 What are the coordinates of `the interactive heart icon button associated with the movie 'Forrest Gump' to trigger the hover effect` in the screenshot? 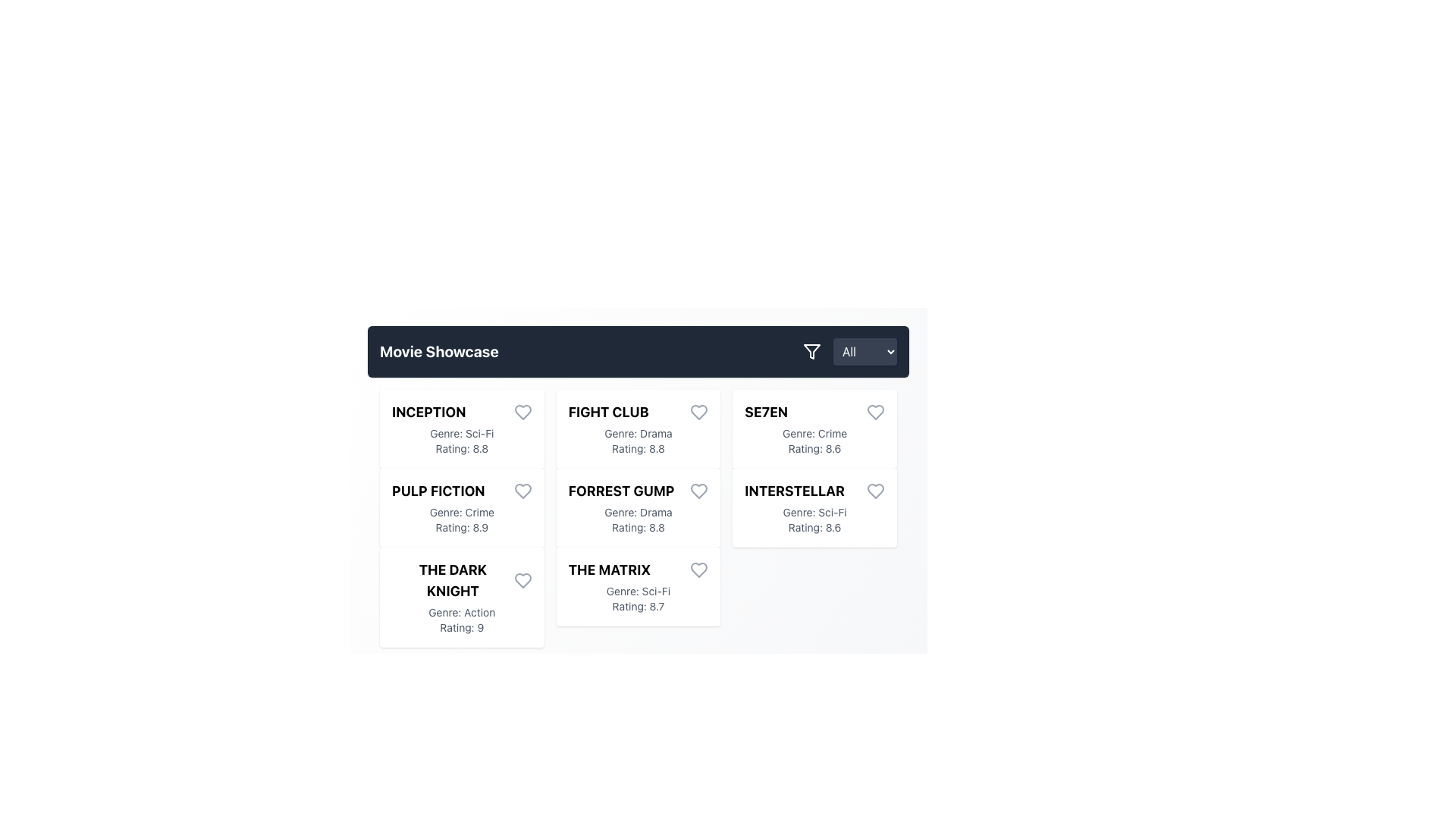 It's located at (698, 491).